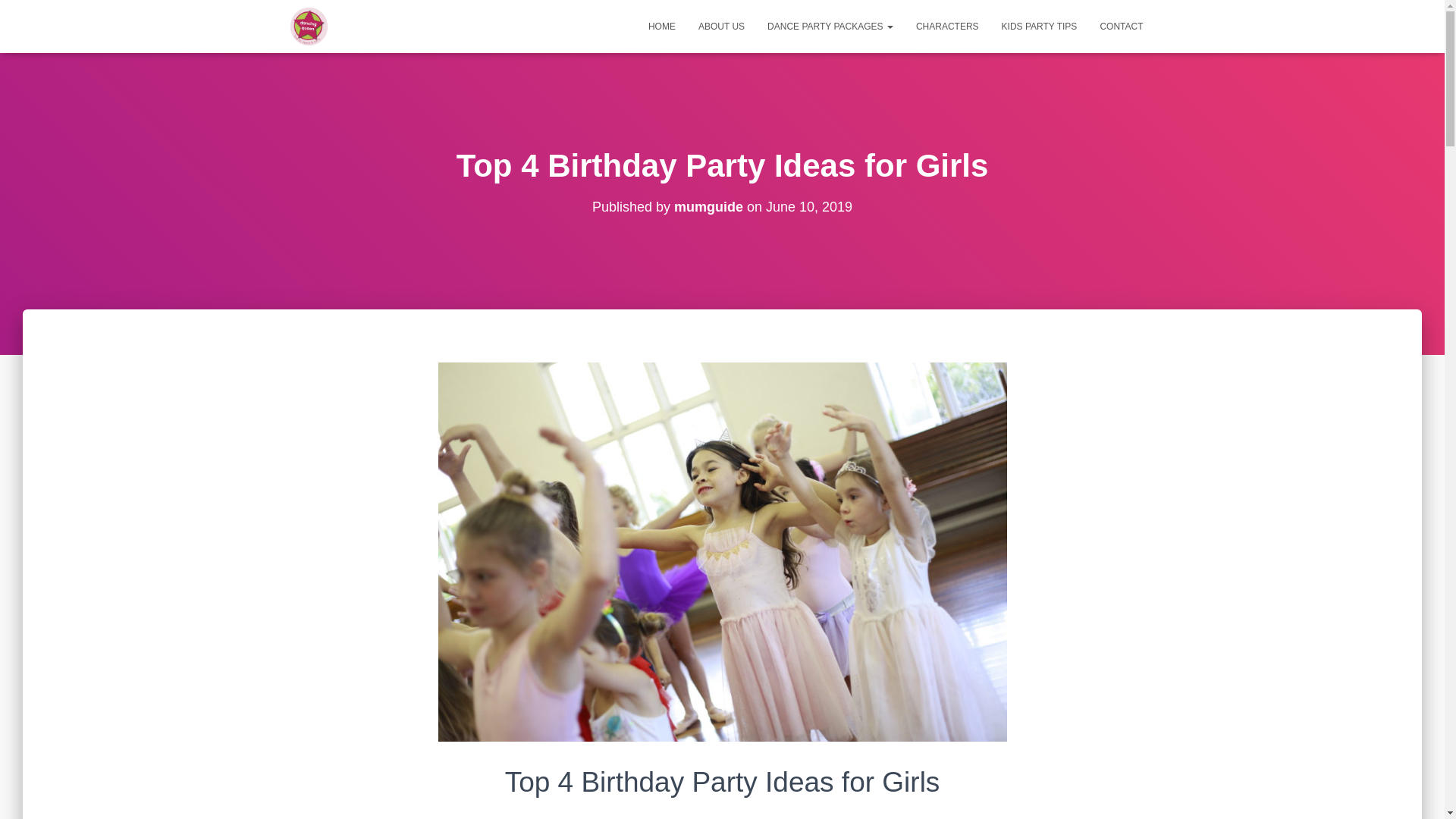 The width and height of the screenshot is (1456, 819). Describe the element at coordinates (1121, 26) in the screenshot. I see `'CONTACT'` at that location.